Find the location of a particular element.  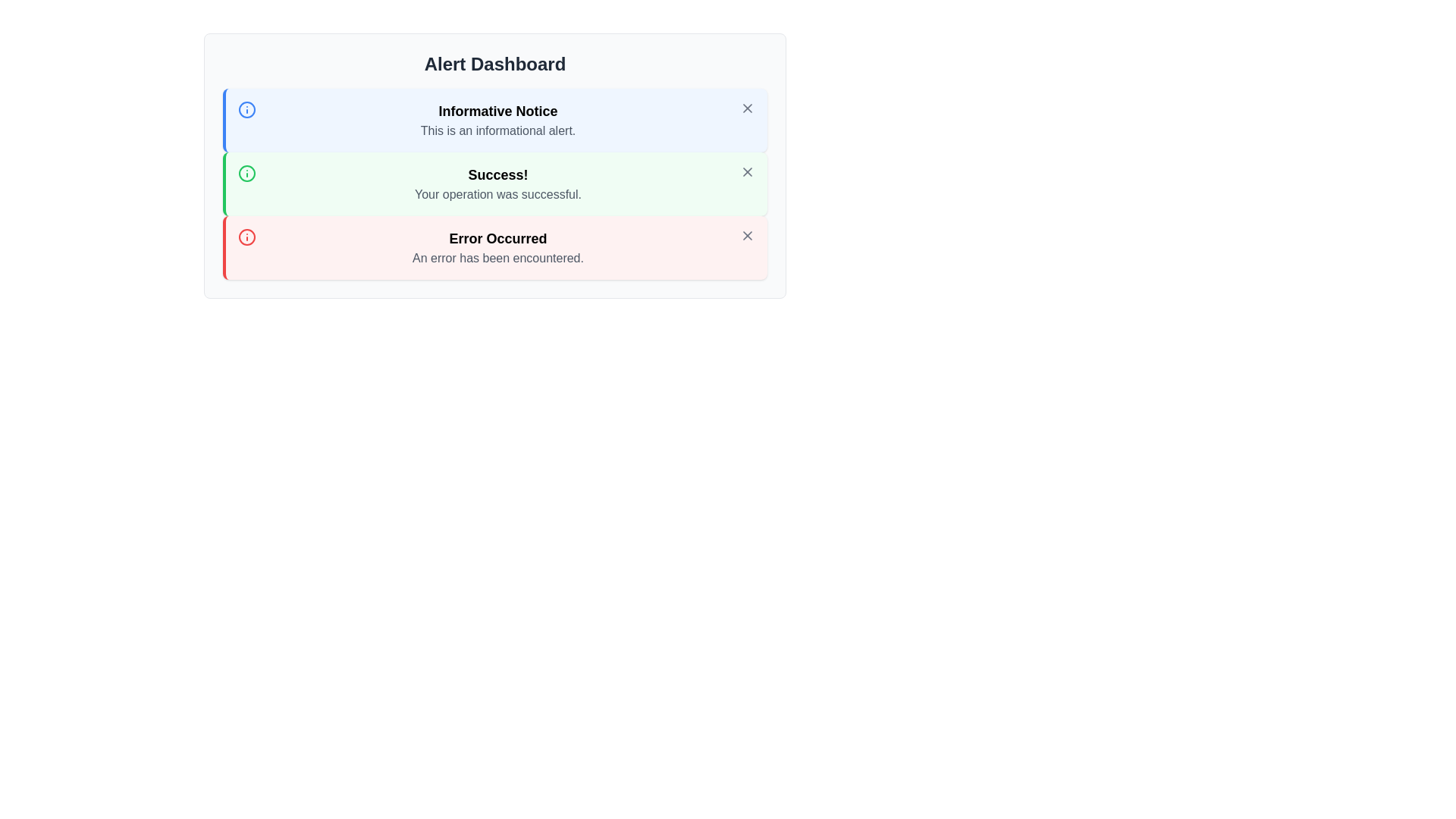

the diagonal cross mark in the SVG close icon located in the center-right portion of the alert box that contains the text 'Success! Your operation was successful.' is located at coordinates (747, 171).